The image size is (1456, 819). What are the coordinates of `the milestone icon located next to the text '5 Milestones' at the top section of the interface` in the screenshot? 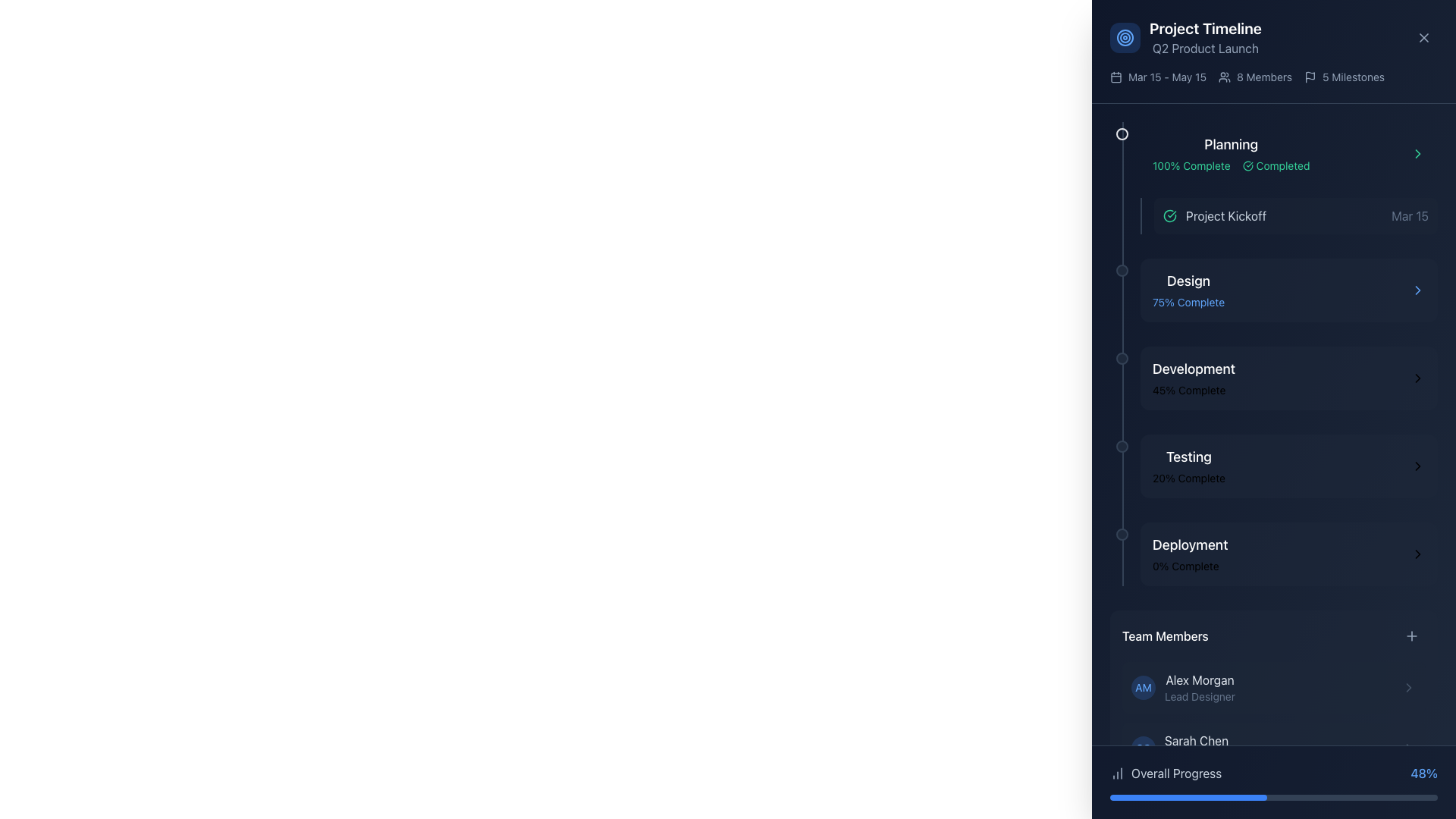 It's located at (1310, 77).